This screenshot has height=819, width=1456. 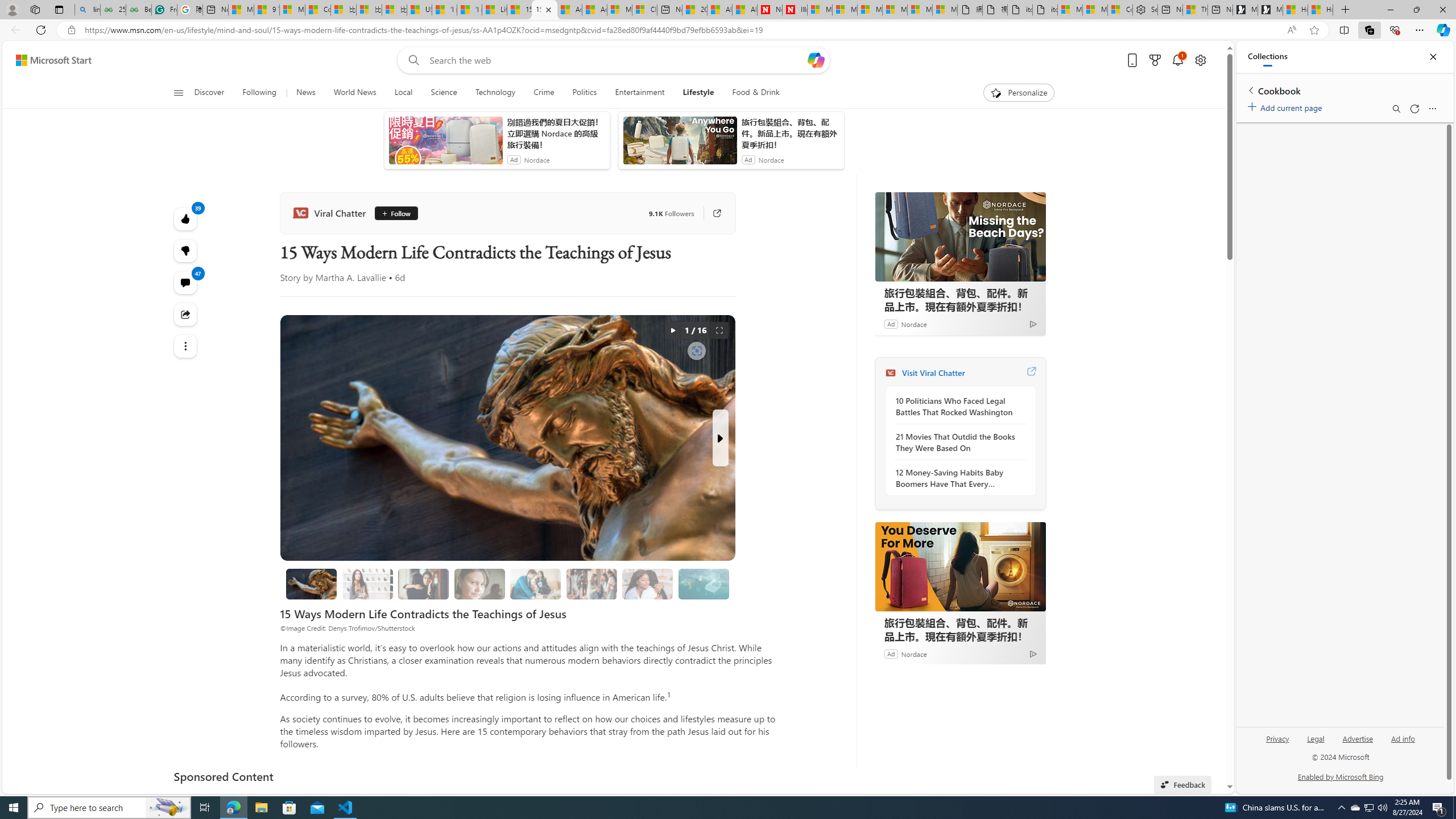 I want to click on 'Illness news & latest pictures from Newsweek.com', so click(x=795, y=9).